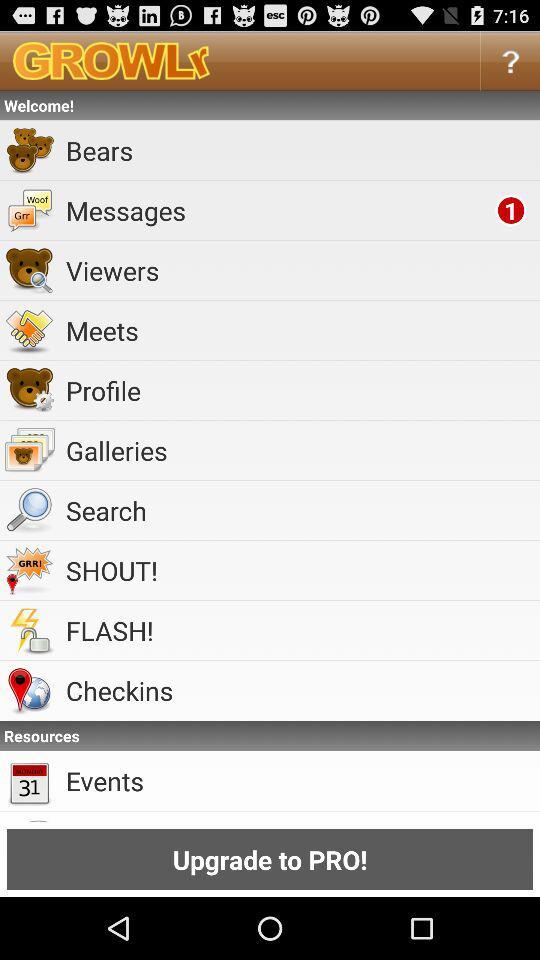  What do you see at coordinates (298, 269) in the screenshot?
I see `item below the messages item` at bounding box center [298, 269].